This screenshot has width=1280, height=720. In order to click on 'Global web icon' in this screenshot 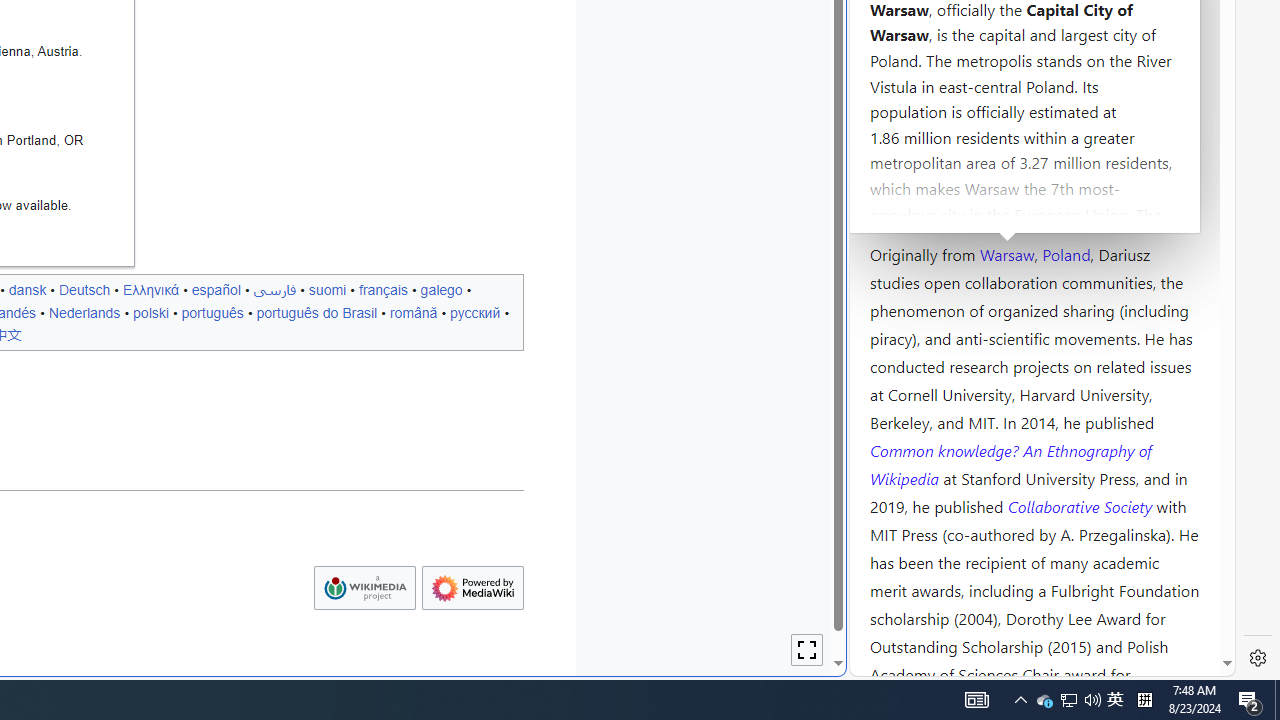, I will do `click(887, 663)`.